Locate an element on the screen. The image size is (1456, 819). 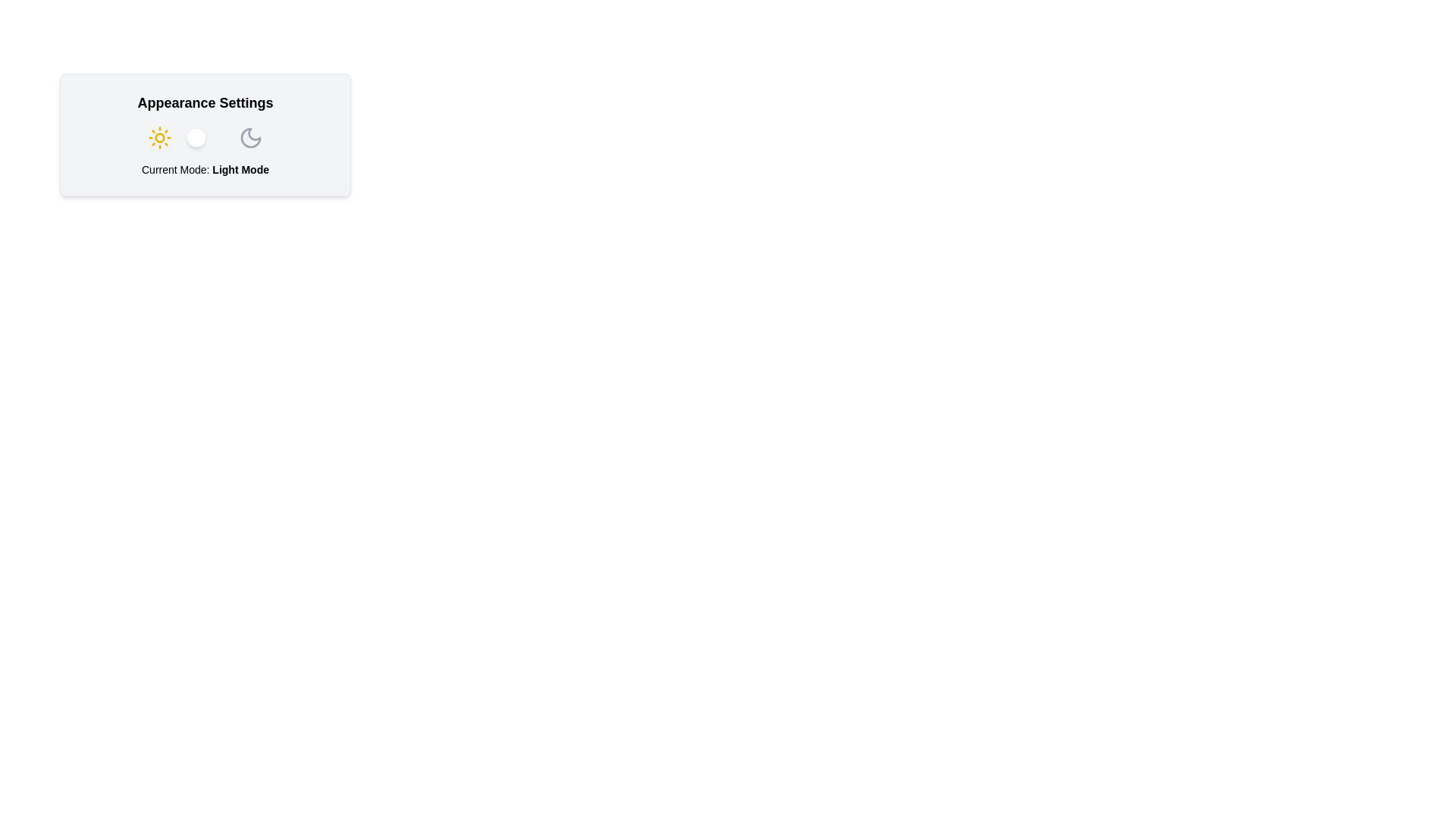
the bold-styled, large text element that reads 'Appearance Settings', located at the top of the light gray card interface is located at coordinates (204, 102).